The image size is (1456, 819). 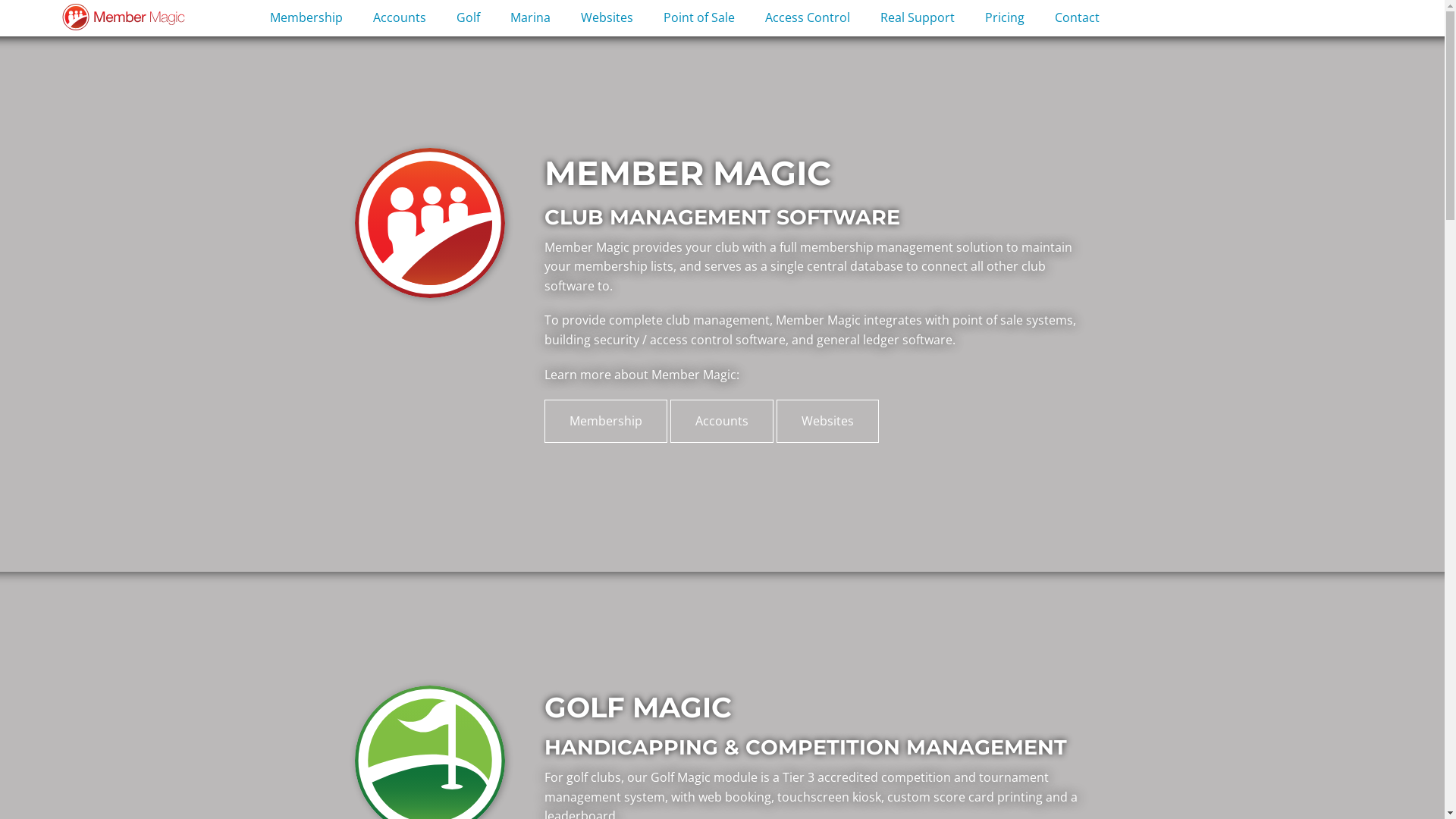 What do you see at coordinates (1039, 18) in the screenshot?
I see `'Contact'` at bounding box center [1039, 18].